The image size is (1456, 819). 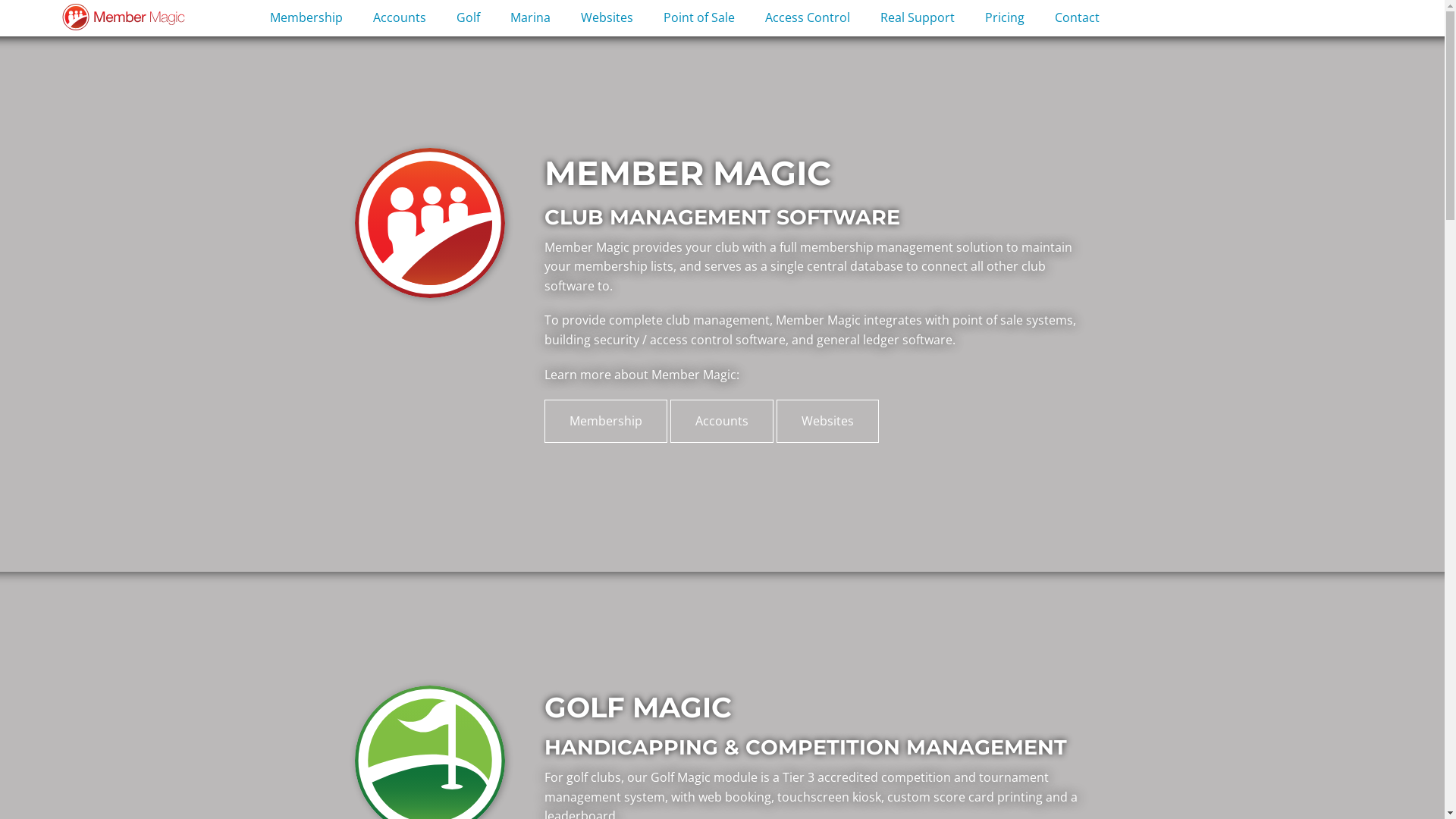 What do you see at coordinates (1039, 18) in the screenshot?
I see `'Contact'` at bounding box center [1039, 18].